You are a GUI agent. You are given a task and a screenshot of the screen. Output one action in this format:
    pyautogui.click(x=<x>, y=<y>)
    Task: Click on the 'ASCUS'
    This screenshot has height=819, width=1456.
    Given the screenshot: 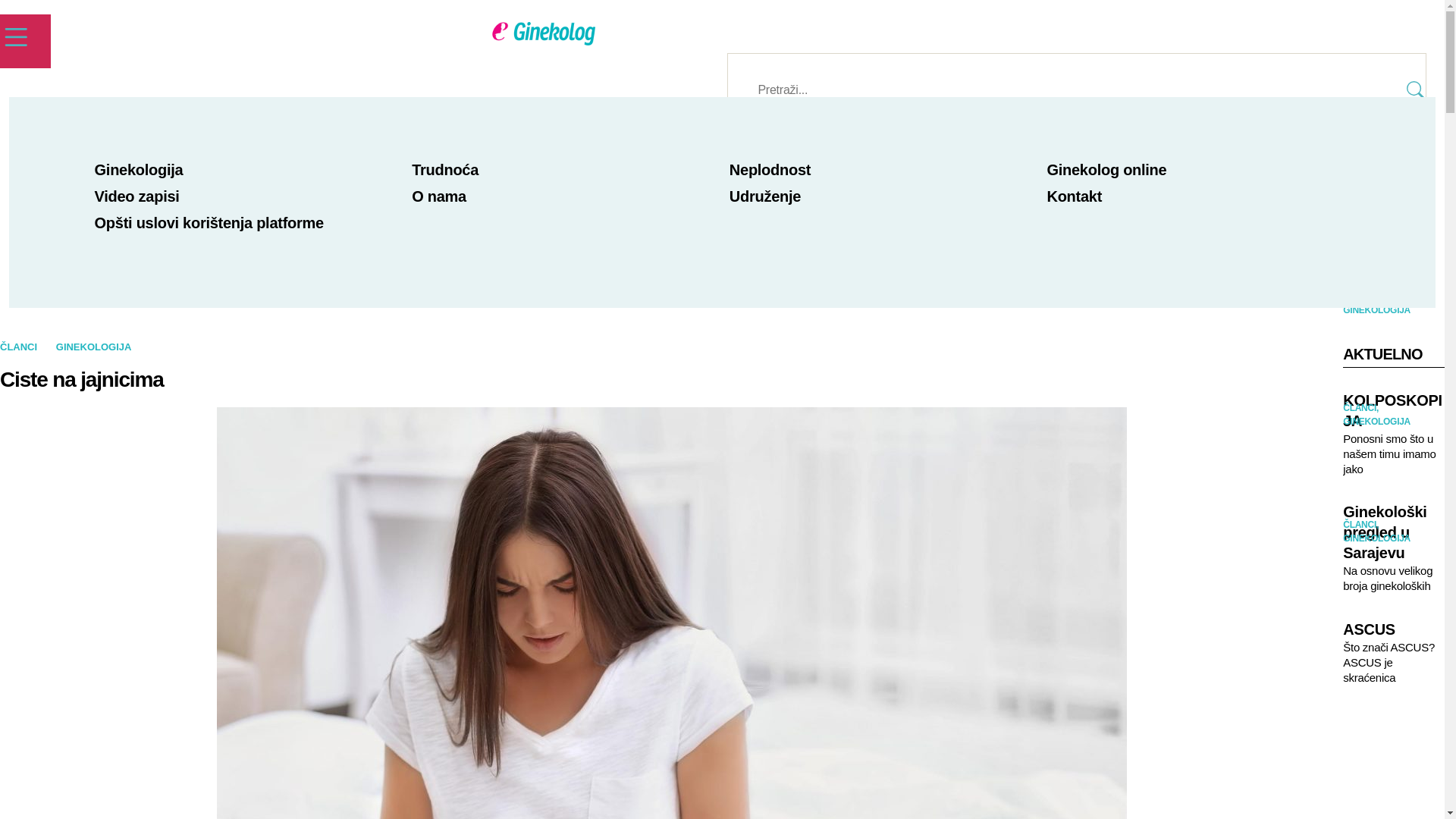 What is the action you would take?
    pyautogui.click(x=1394, y=629)
    